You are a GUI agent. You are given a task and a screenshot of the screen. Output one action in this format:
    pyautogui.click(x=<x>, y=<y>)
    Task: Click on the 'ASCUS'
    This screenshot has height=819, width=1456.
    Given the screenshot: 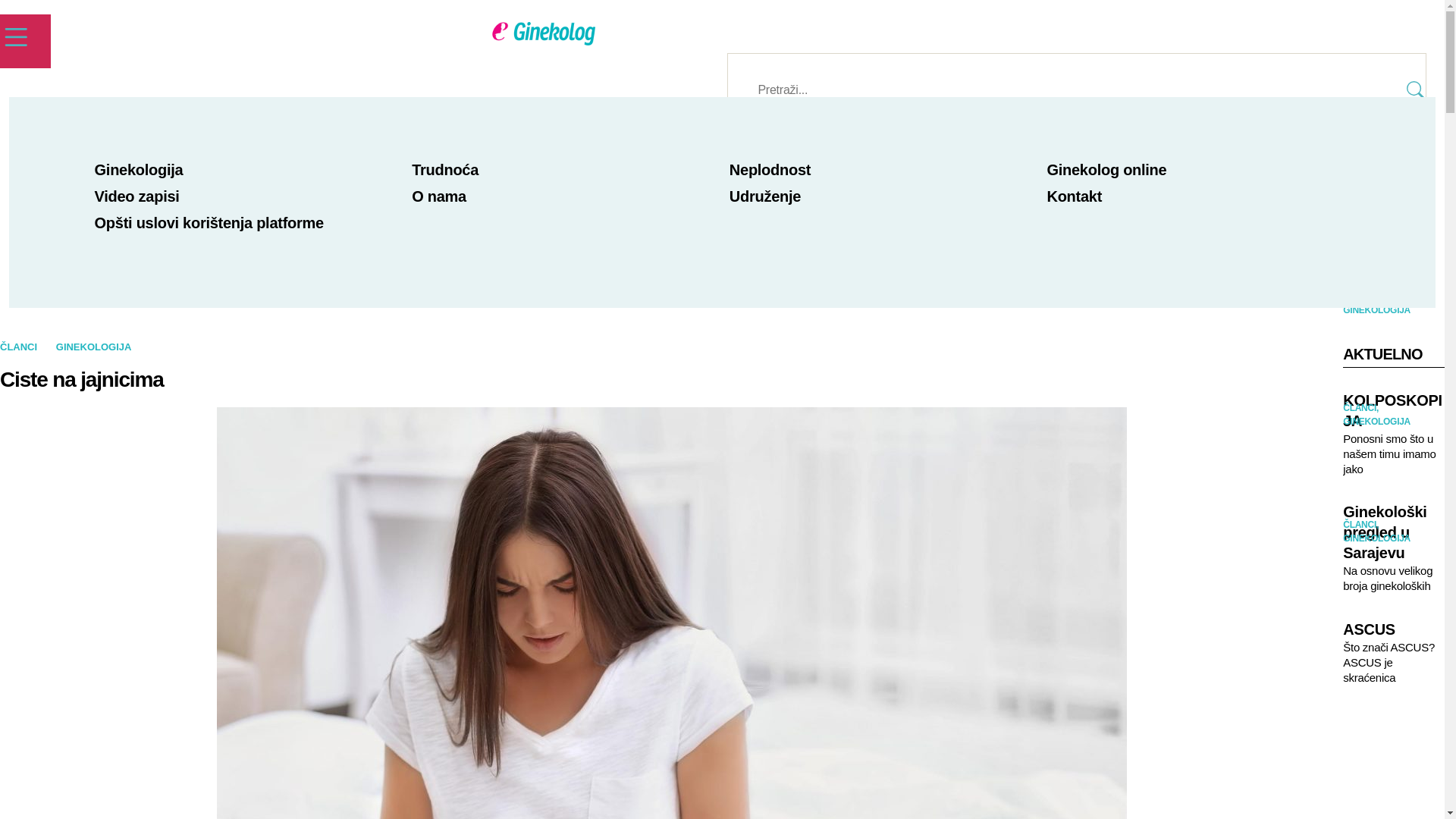 What is the action you would take?
    pyautogui.click(x=1394, y=629)
    